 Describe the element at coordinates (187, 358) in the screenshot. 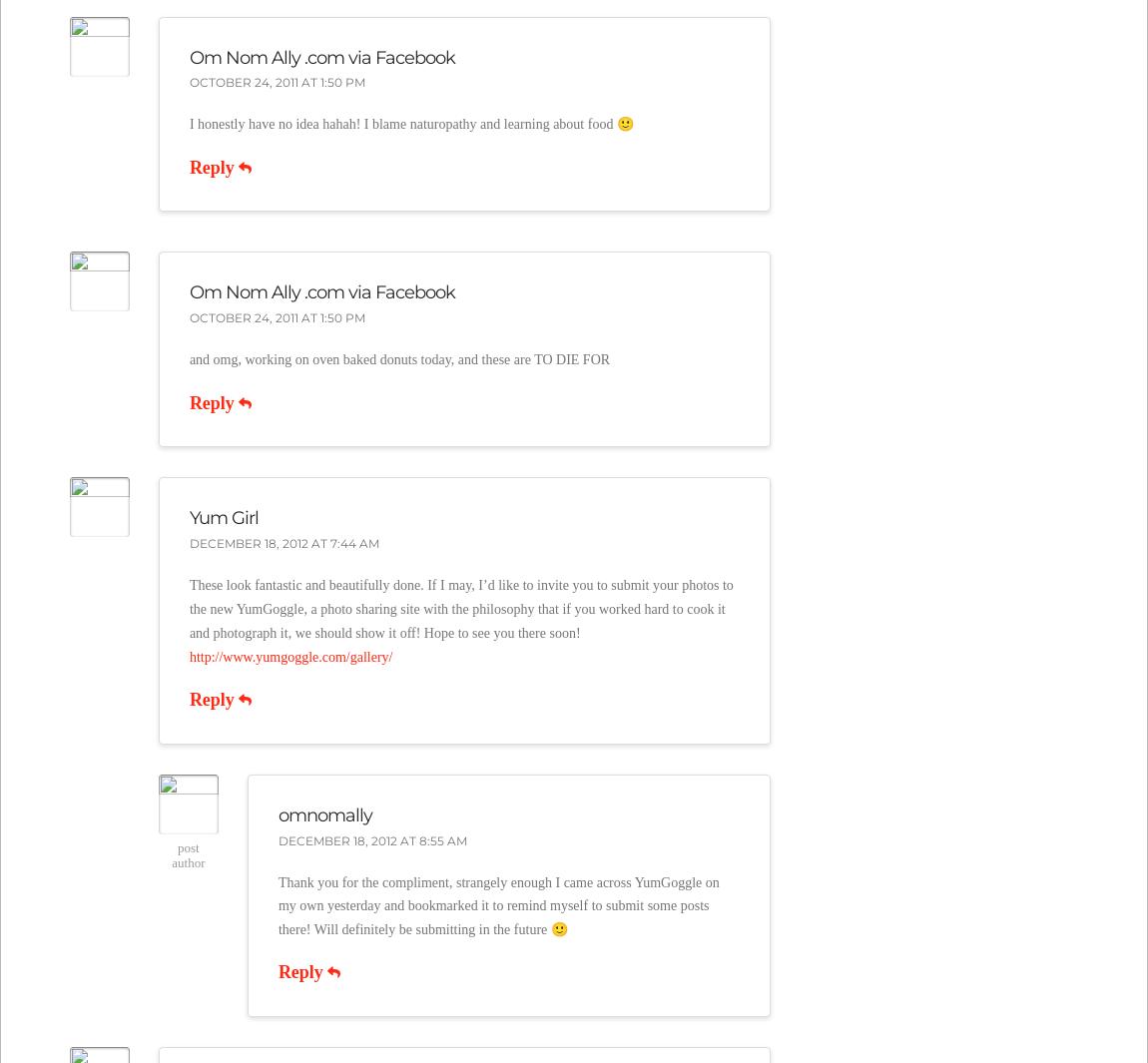

I see `'and omg, working on oven baked donuts today, and these are TO DIE FOR'` at that location.